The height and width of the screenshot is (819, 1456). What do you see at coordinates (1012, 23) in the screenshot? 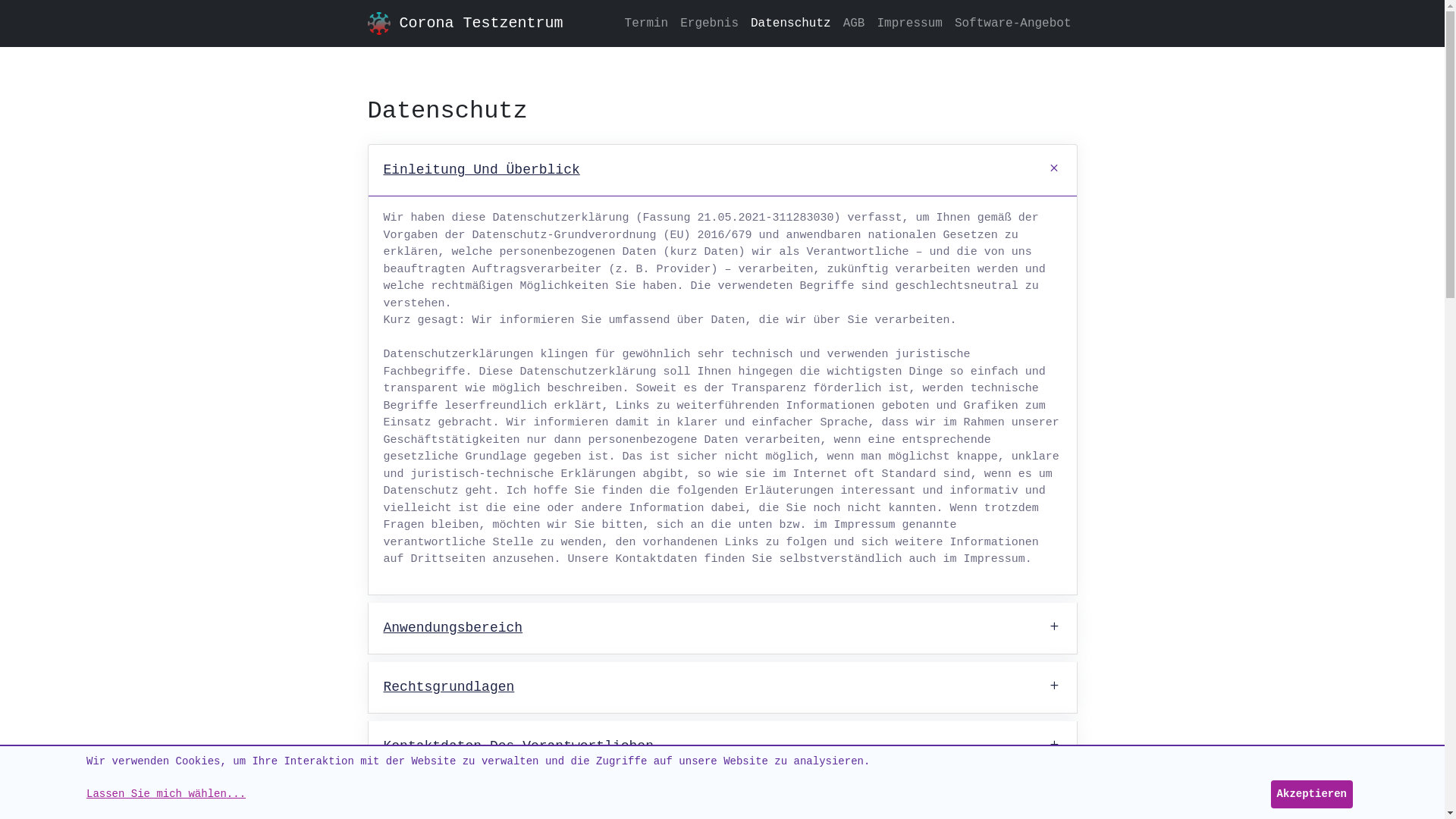
I see `'Software-Angebot'` at bounding box center [1012, 23].